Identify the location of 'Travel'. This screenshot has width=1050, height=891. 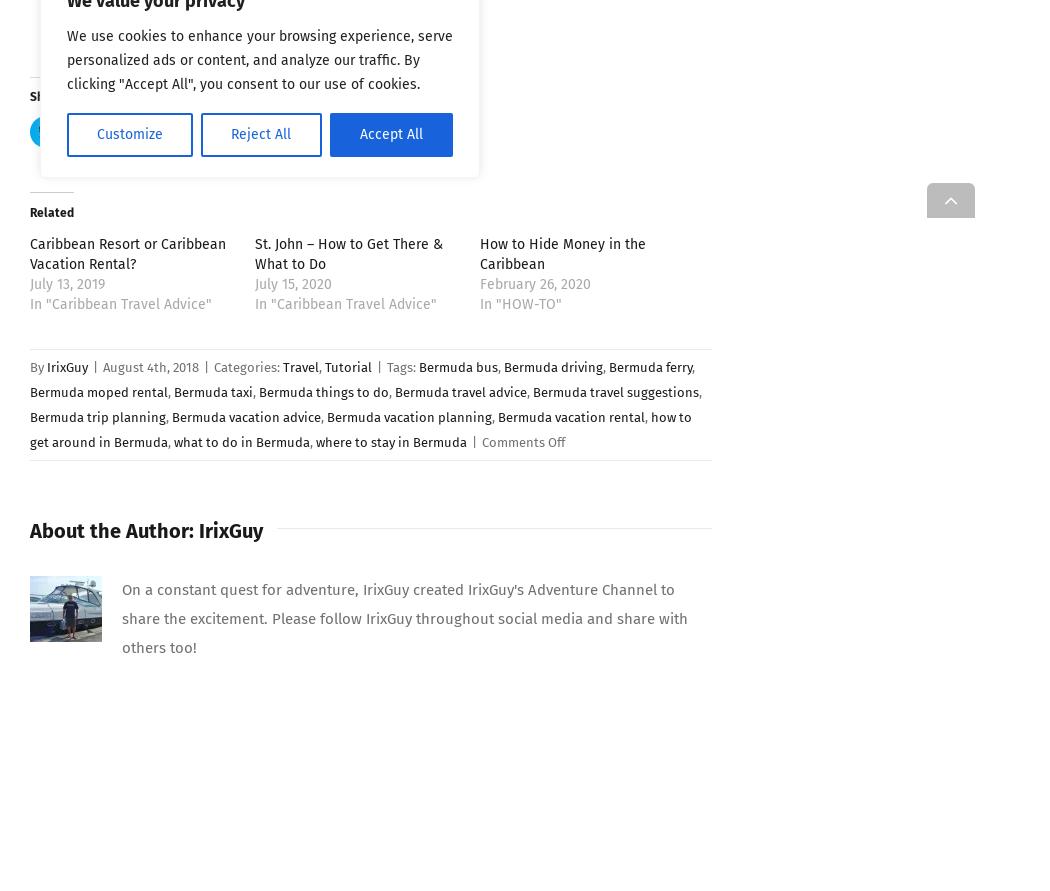
(281, 366).